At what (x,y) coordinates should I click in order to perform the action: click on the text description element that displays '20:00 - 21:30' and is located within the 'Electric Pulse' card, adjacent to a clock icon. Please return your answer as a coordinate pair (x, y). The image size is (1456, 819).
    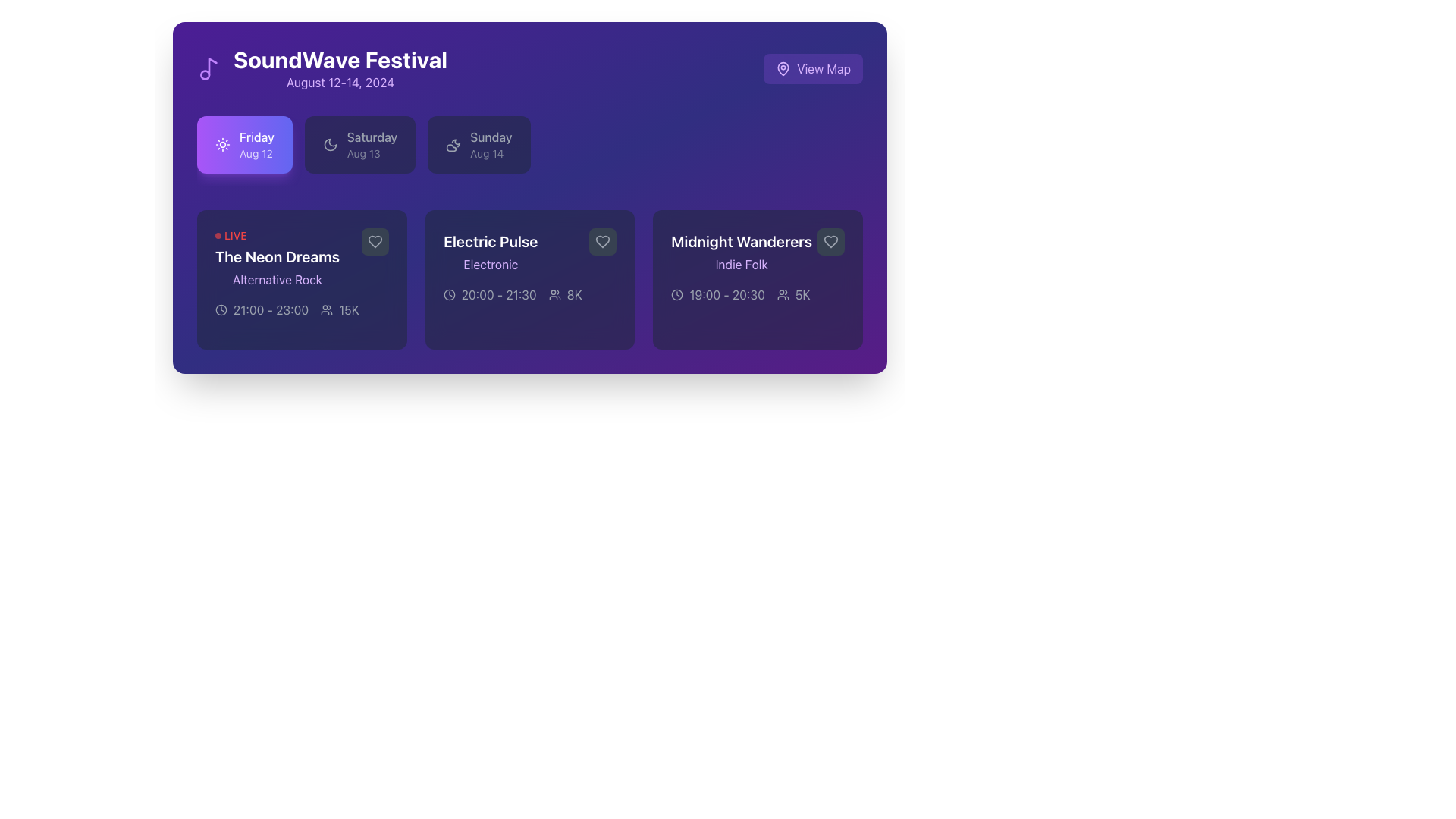
    Looking at the image, I should click on (490, 295).